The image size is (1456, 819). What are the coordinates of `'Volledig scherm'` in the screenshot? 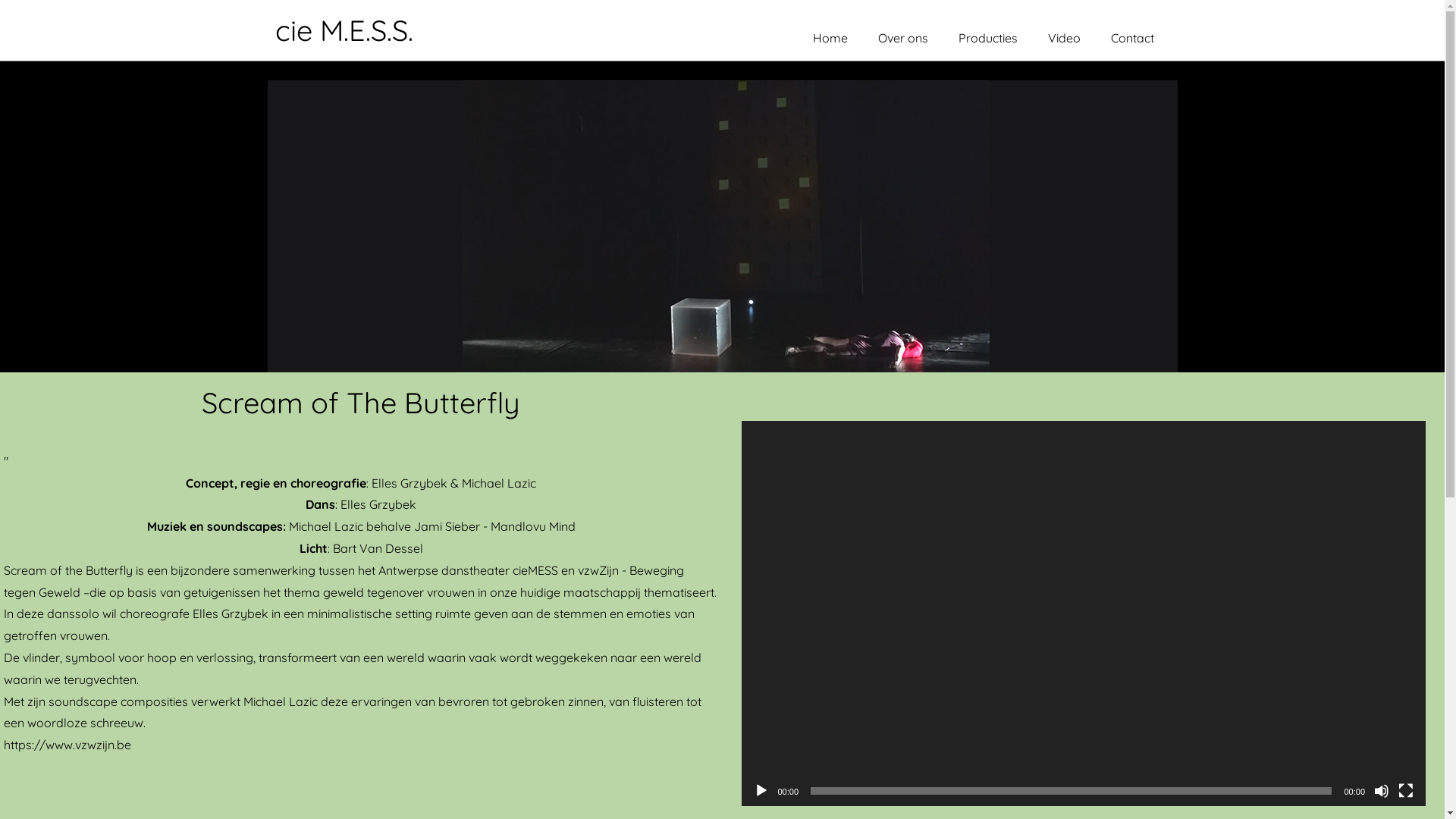 It's located at (1397, 789).